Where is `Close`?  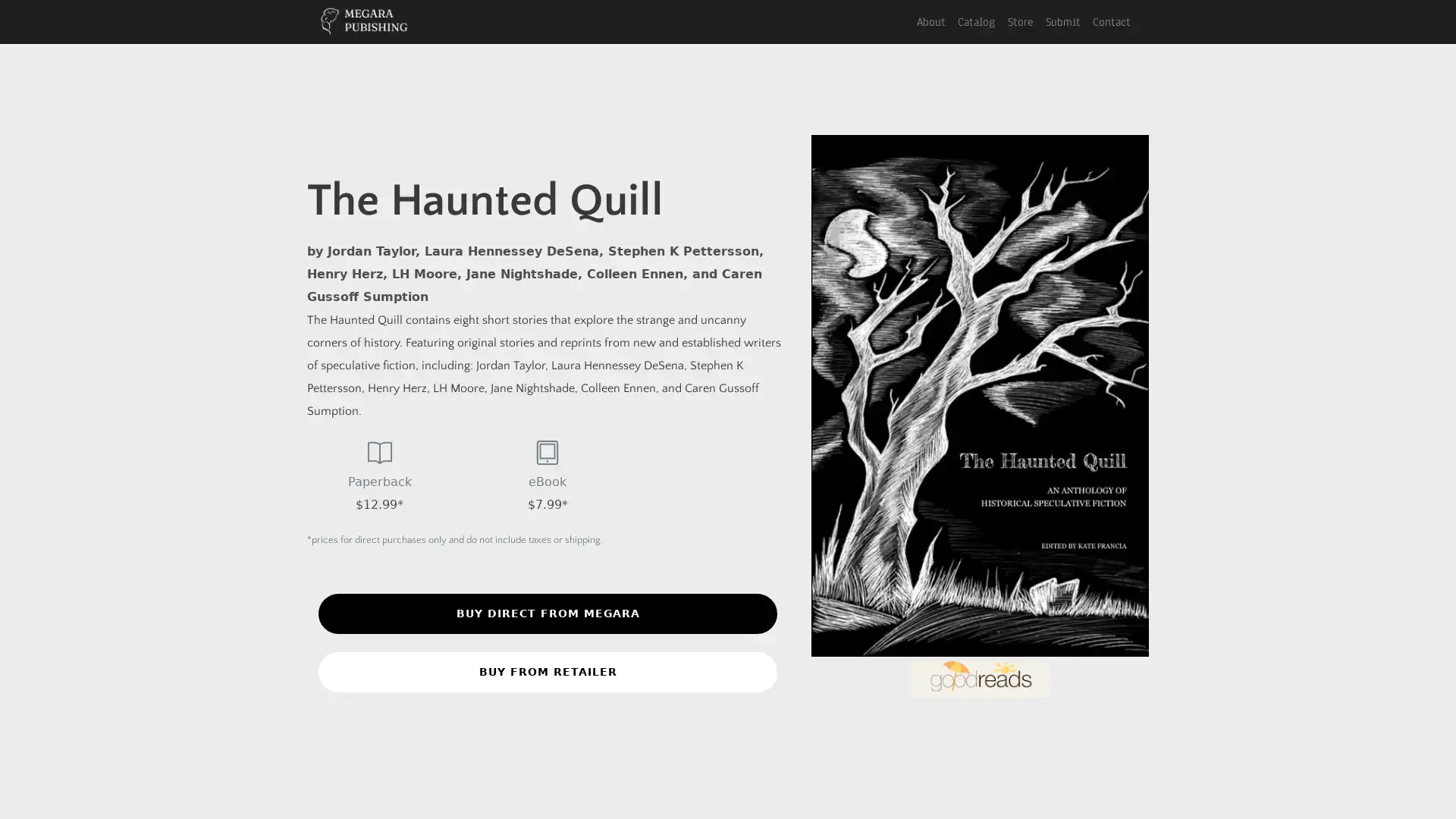
Close is located at coordinates (899, 42).